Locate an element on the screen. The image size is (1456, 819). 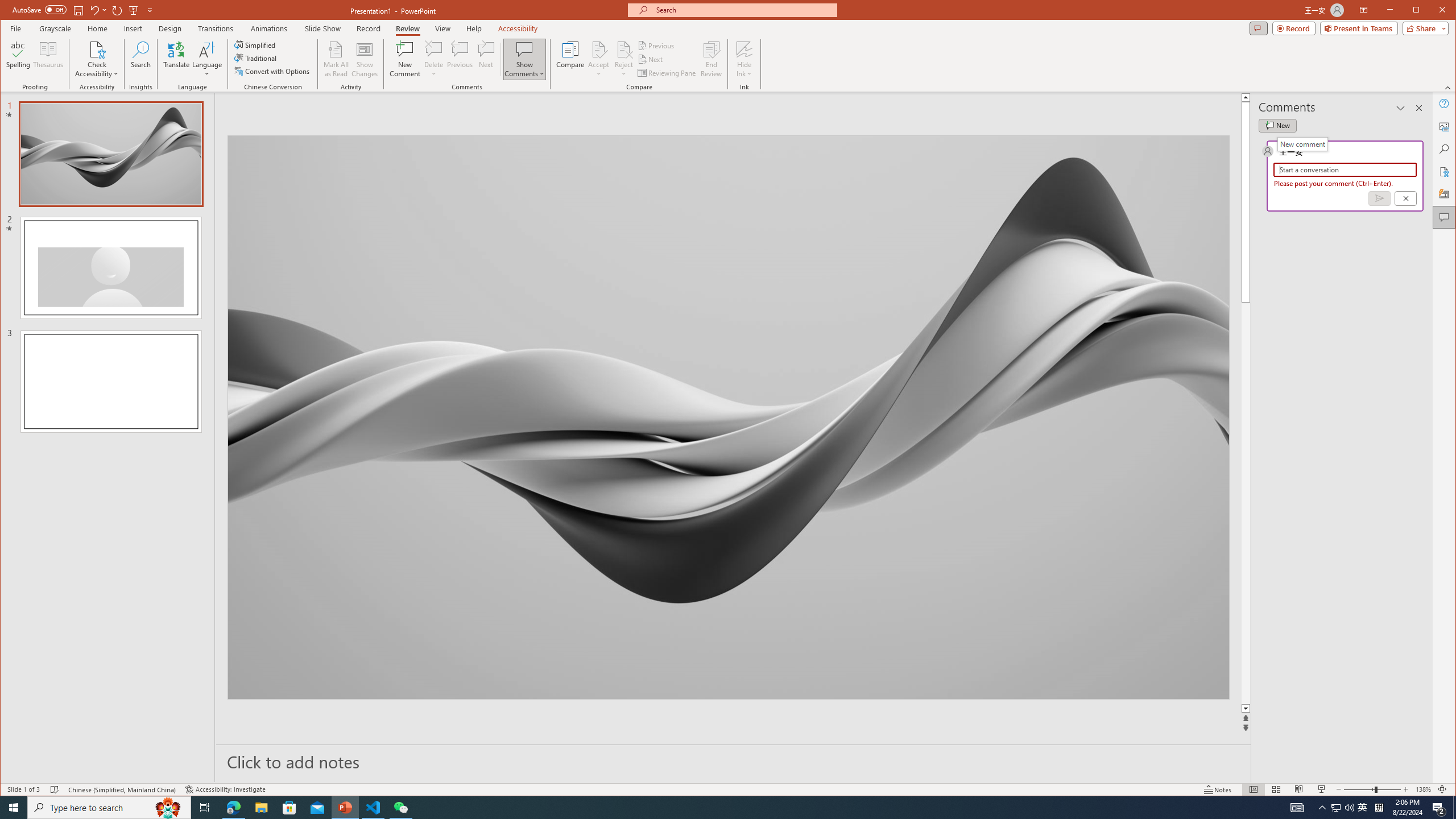
'Maximize' is located at coordinates (1433, 11).